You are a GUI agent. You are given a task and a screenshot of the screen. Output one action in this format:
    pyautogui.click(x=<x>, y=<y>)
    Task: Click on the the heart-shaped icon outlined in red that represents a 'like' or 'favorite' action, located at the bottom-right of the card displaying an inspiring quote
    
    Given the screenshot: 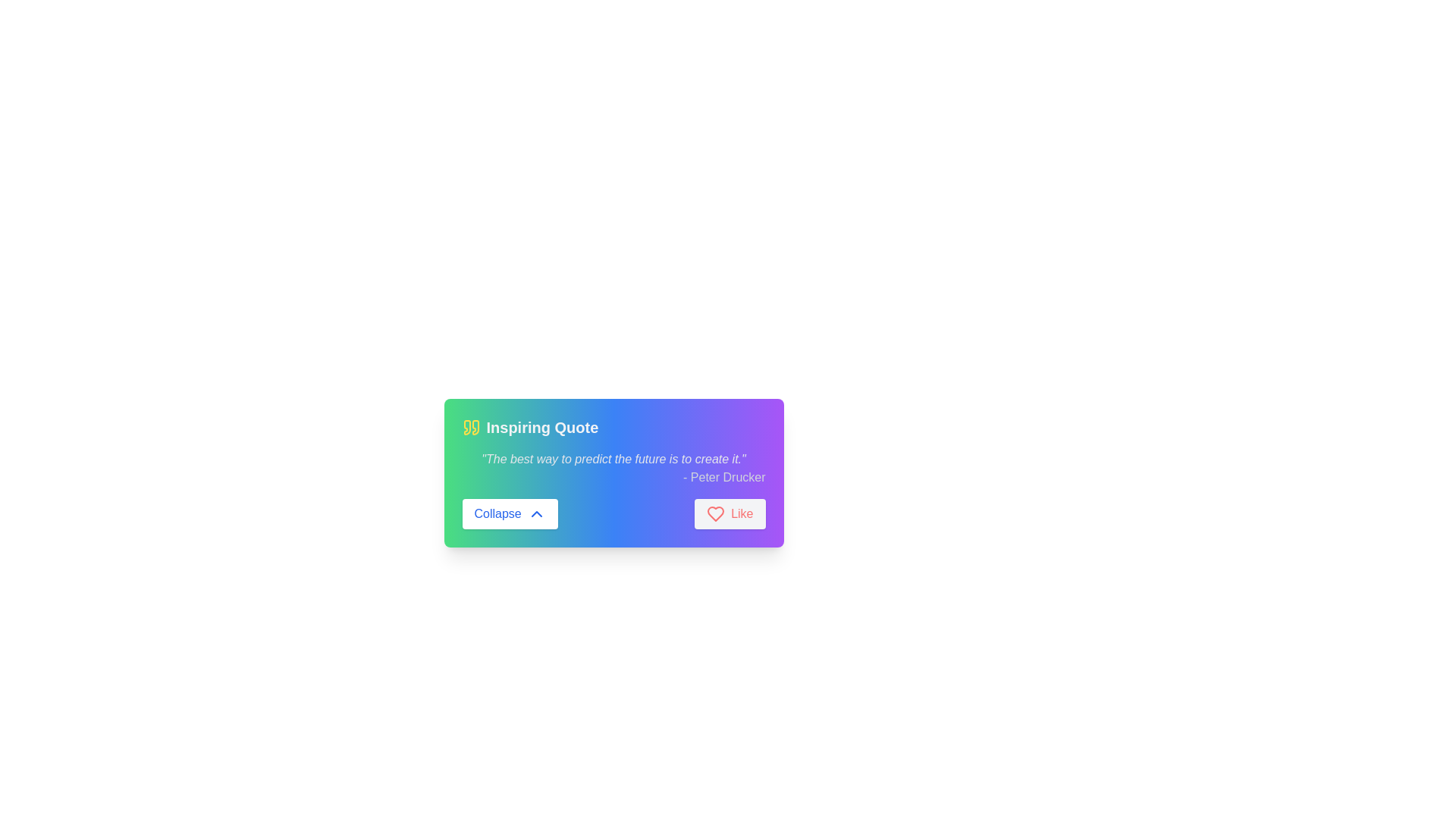 What is the action you would take?
    pyautogui.click(x=715, y=513)
    